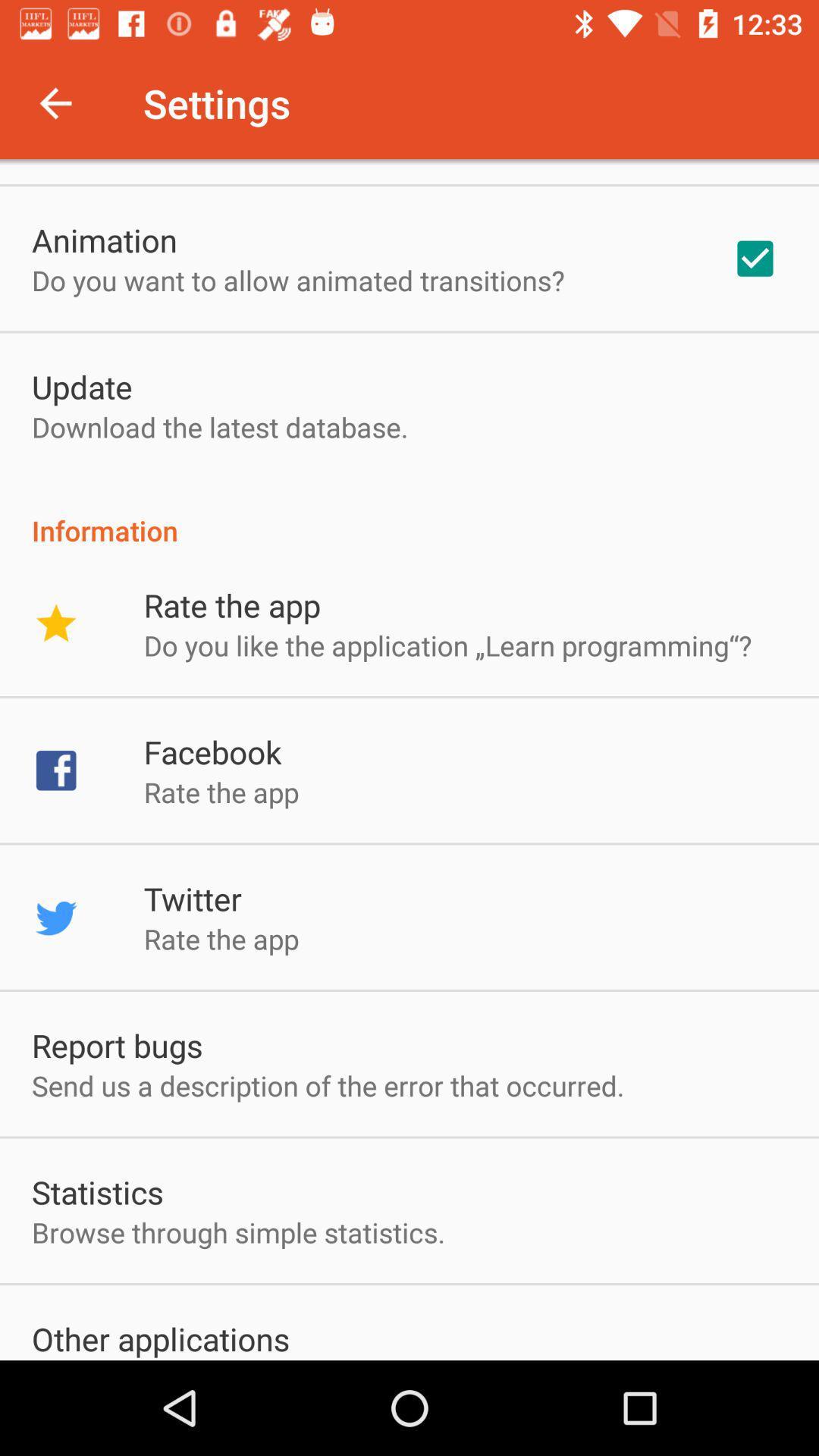  What do you see at coordinates (238, 1232) in the screenshot?
I see `icon below statistics` at bounding box center [238, 1232].